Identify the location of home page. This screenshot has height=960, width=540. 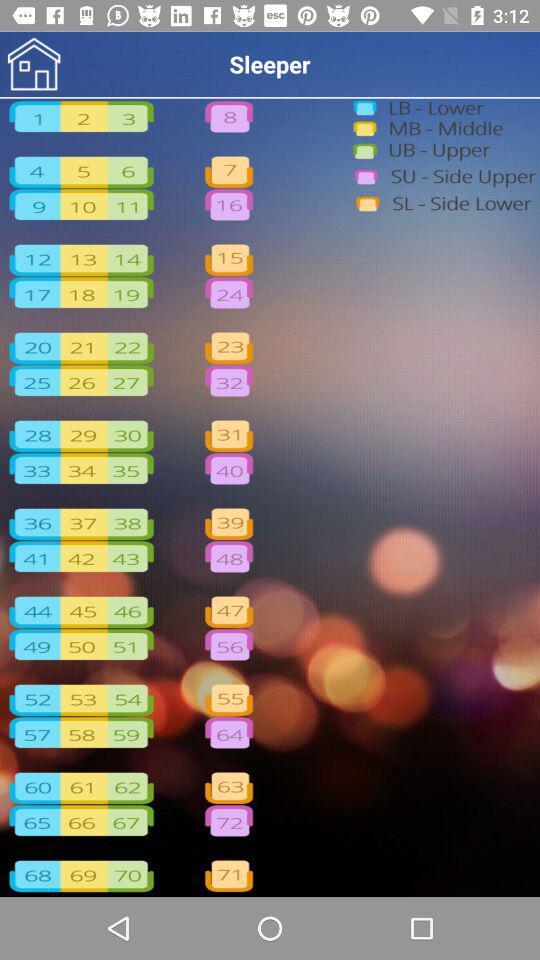
(33, 64).